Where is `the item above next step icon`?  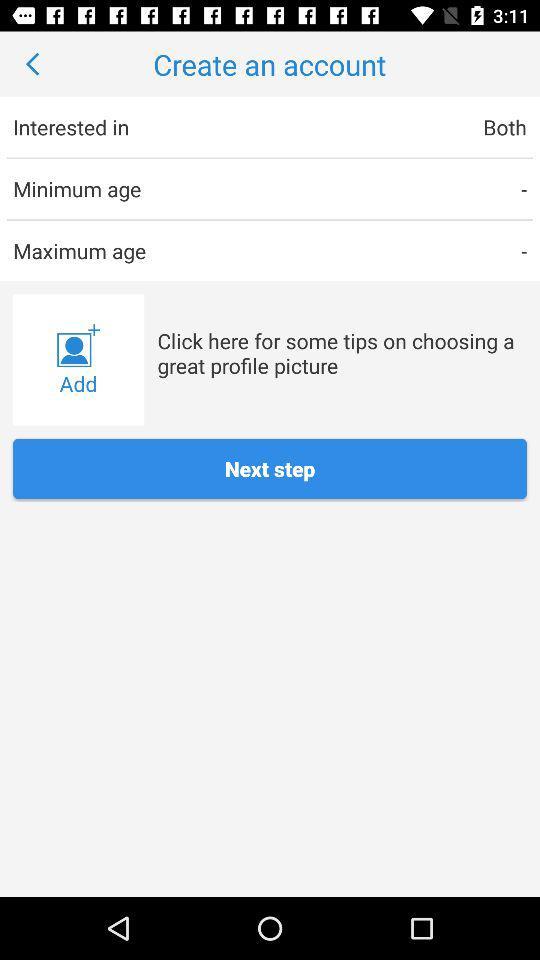
the item above next step icon is located at coordinates (341, 353).